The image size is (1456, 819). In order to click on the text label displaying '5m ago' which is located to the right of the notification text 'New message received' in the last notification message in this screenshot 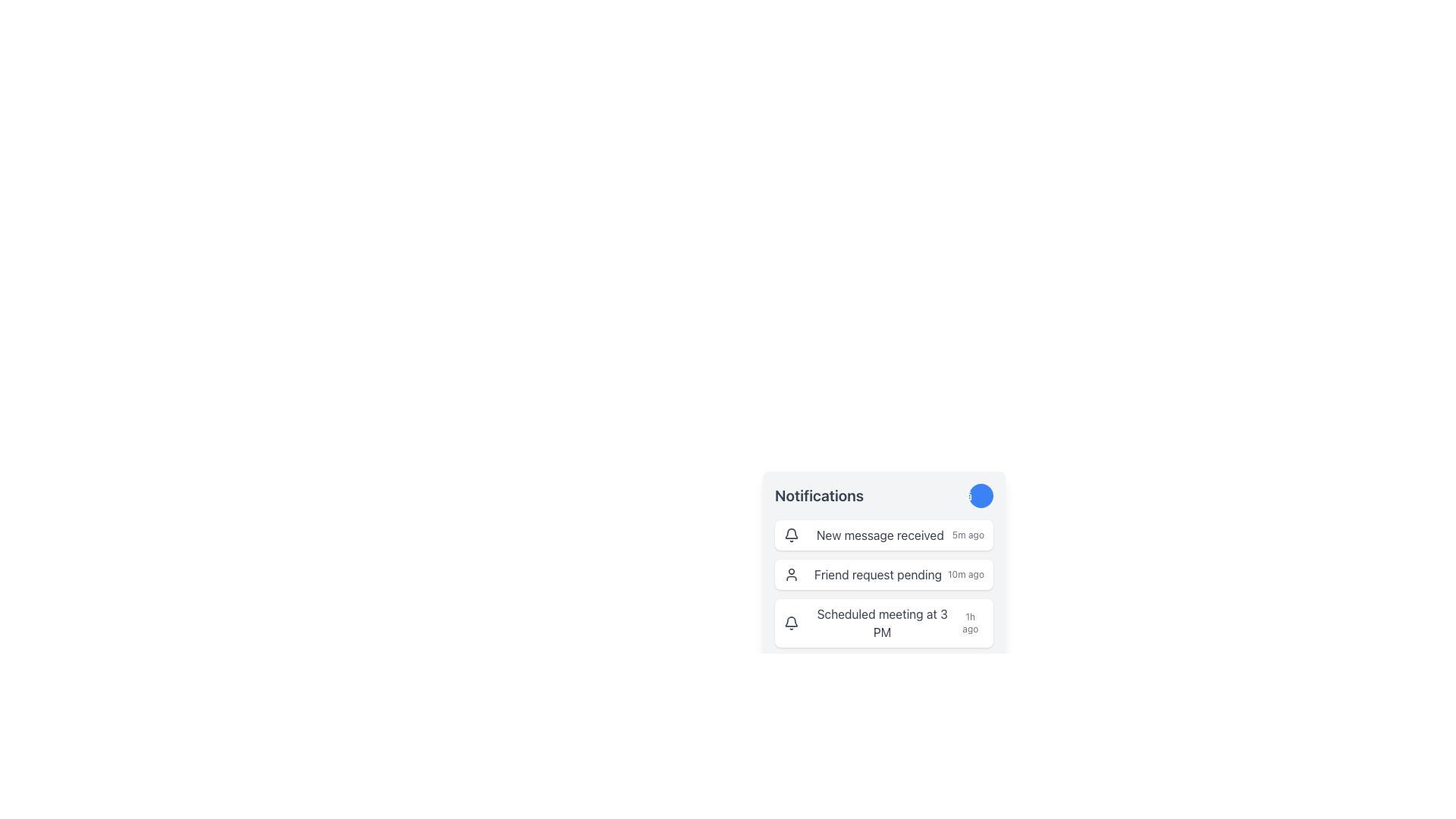, I will do `click(967, 534)`.